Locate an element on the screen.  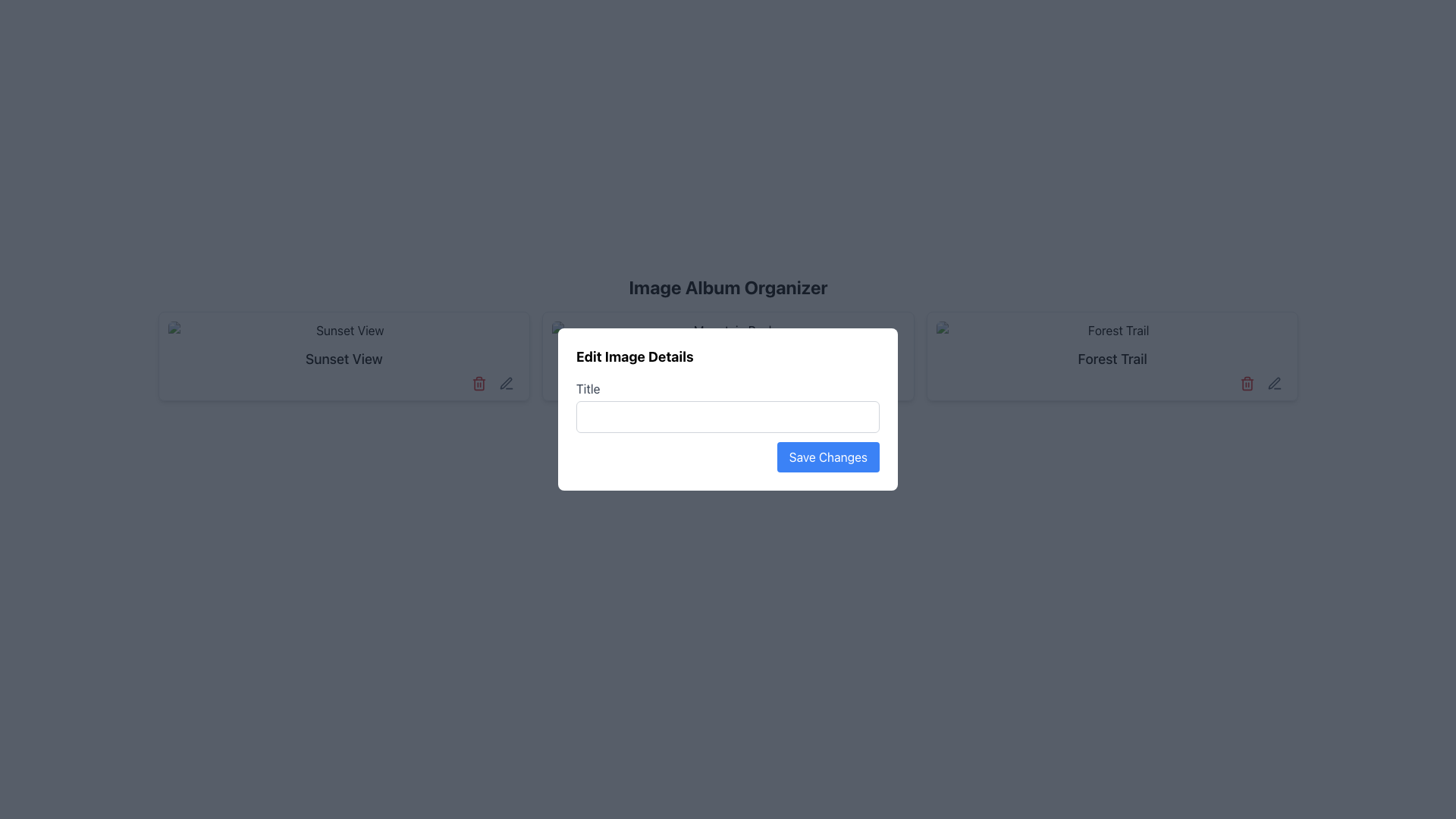
the red trash can icon button located in the lower right corner of the 'Sunset View' card, immediately to the left of the pencil icon is located at coordinates (479, 382).